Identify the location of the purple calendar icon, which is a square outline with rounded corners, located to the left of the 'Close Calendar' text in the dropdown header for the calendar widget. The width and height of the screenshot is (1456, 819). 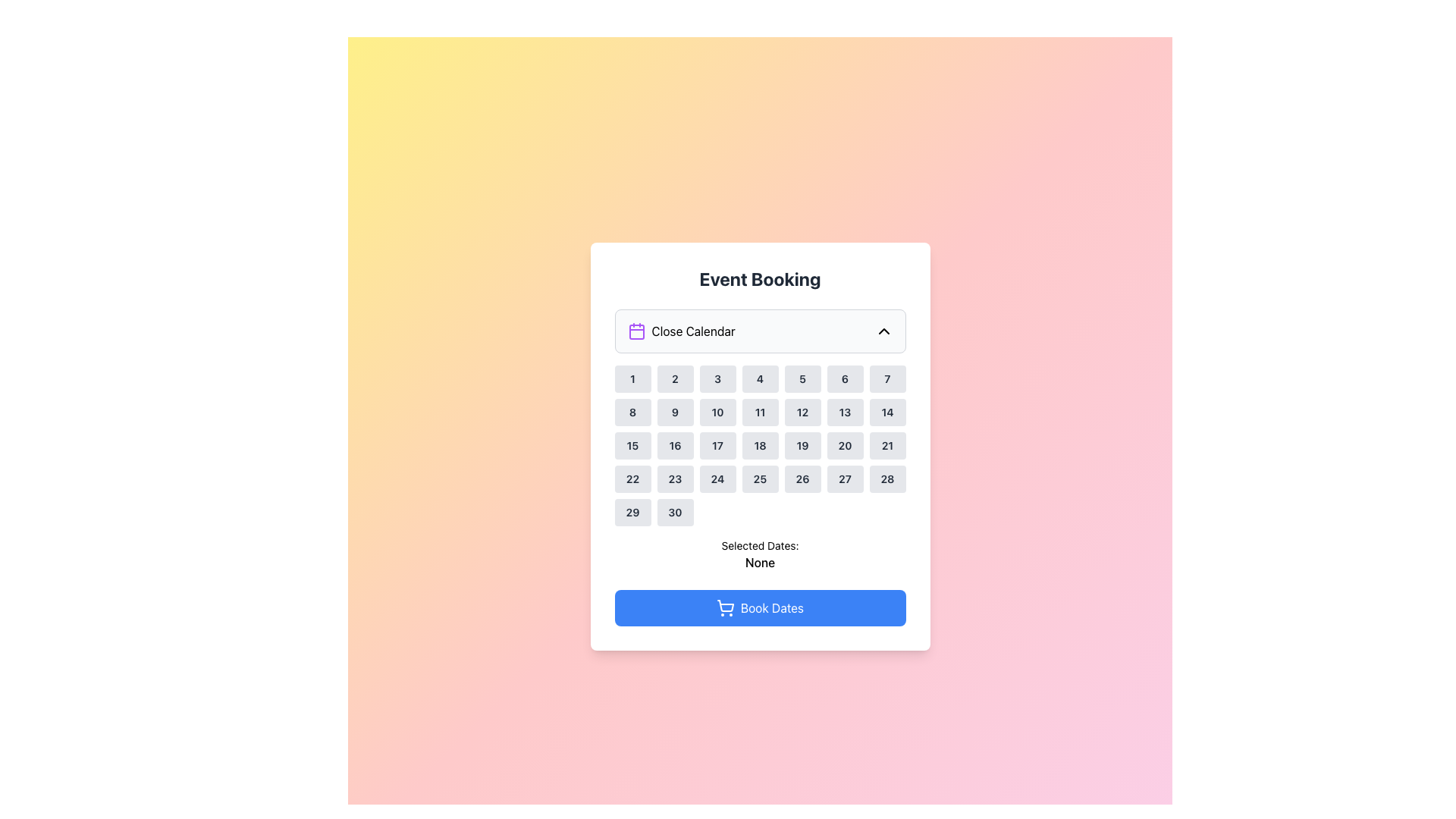
(636, 330).